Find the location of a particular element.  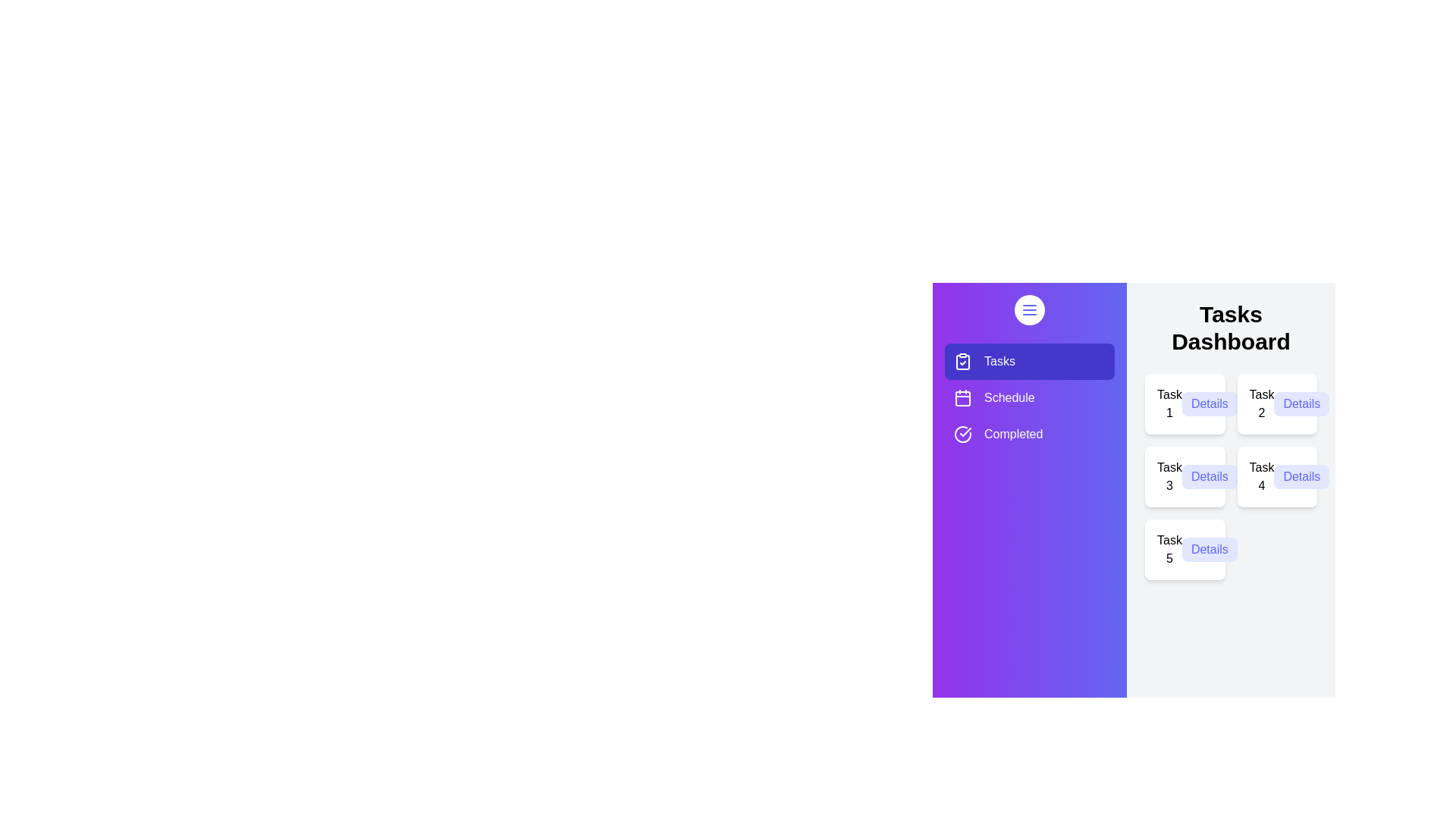

the 'Details' button of Task 5 is located at coordinates (1209, 550).